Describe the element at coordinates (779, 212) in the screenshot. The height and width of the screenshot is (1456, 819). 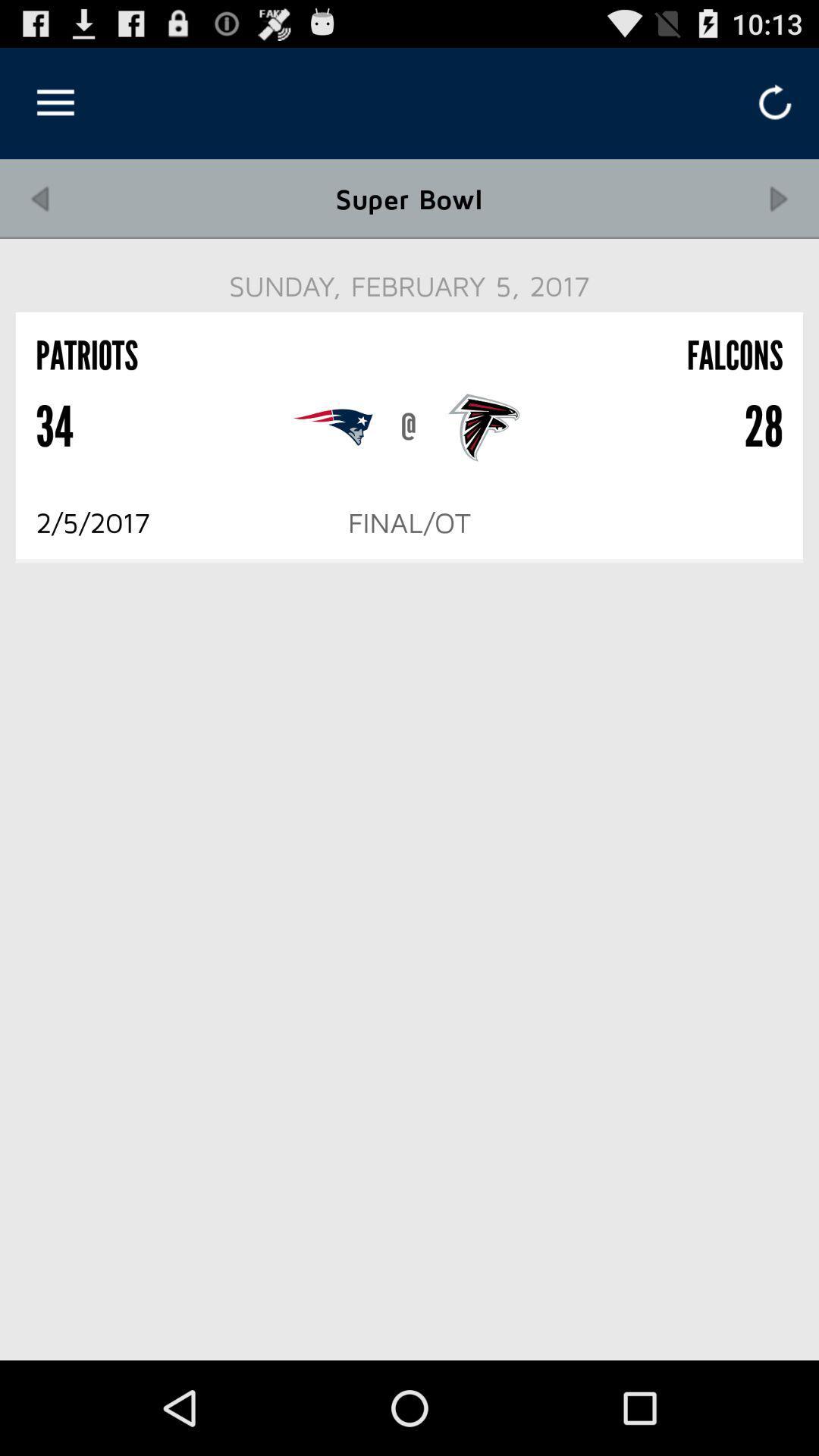
I see `the play icon` at that location.